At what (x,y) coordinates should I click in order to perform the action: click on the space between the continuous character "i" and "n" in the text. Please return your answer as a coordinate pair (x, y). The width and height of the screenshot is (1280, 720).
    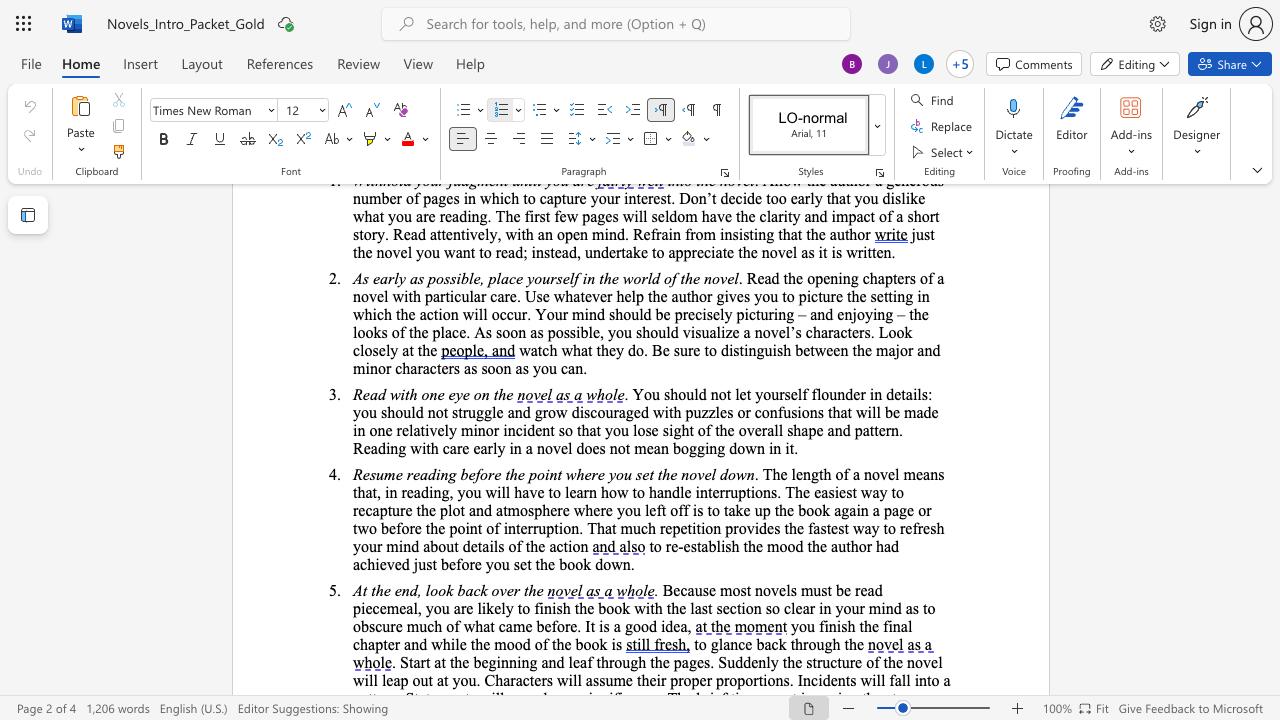
    Looking at the image, I should click on (829, 625).